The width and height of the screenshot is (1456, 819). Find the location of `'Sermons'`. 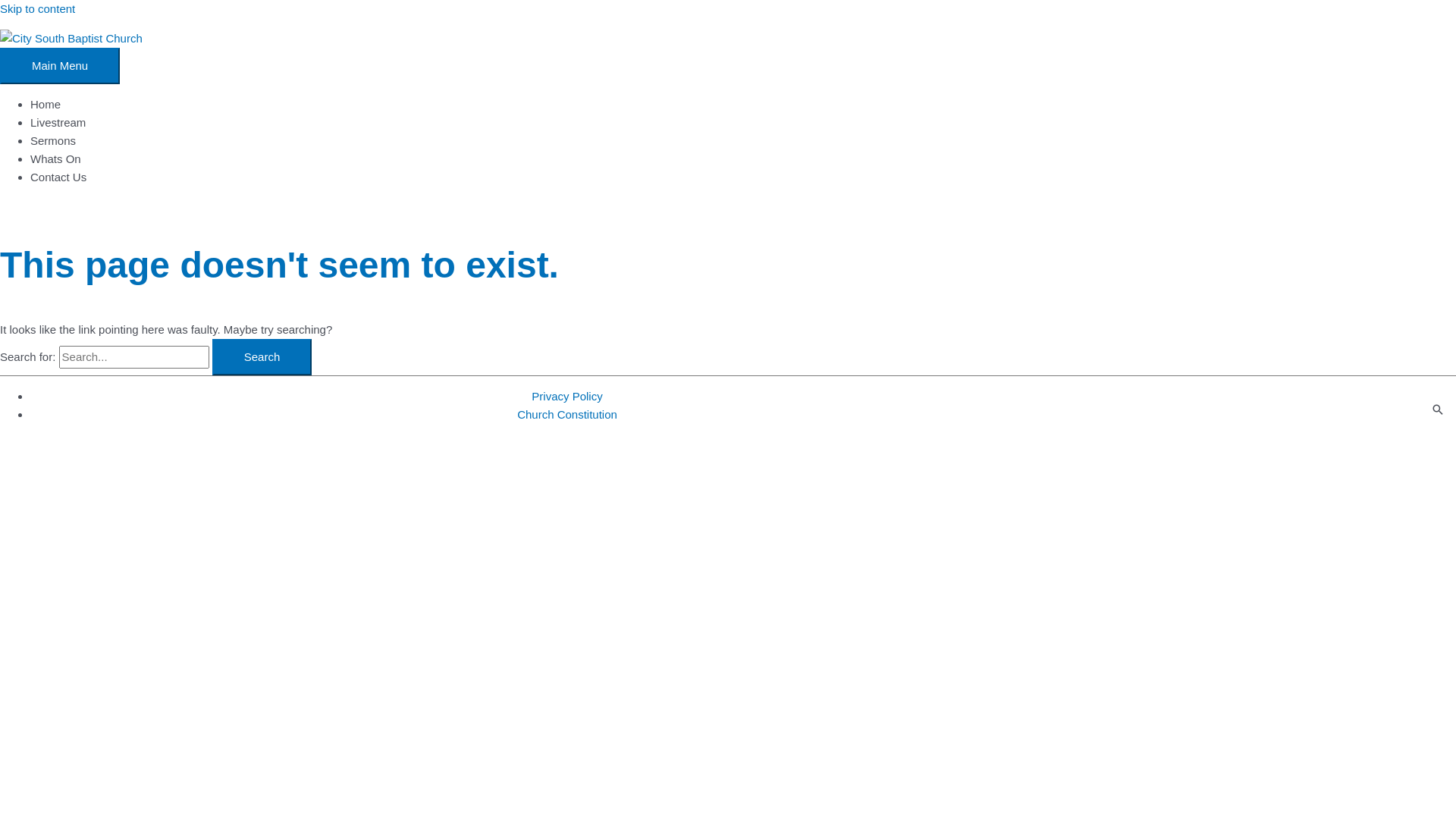

'Sermons' is located at coordinates (53, 140).